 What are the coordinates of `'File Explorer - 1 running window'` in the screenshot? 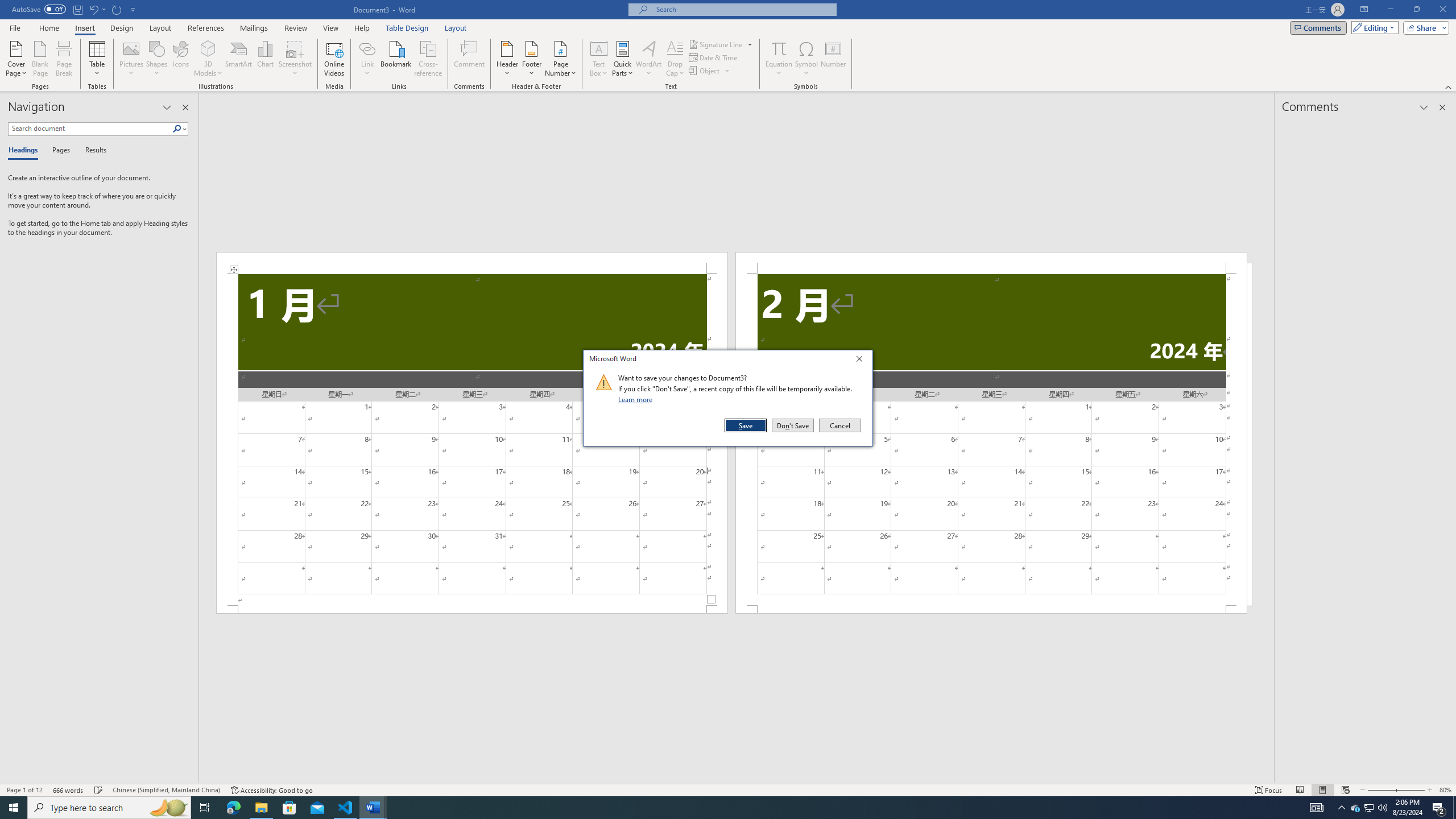 It's located at (260, 806).